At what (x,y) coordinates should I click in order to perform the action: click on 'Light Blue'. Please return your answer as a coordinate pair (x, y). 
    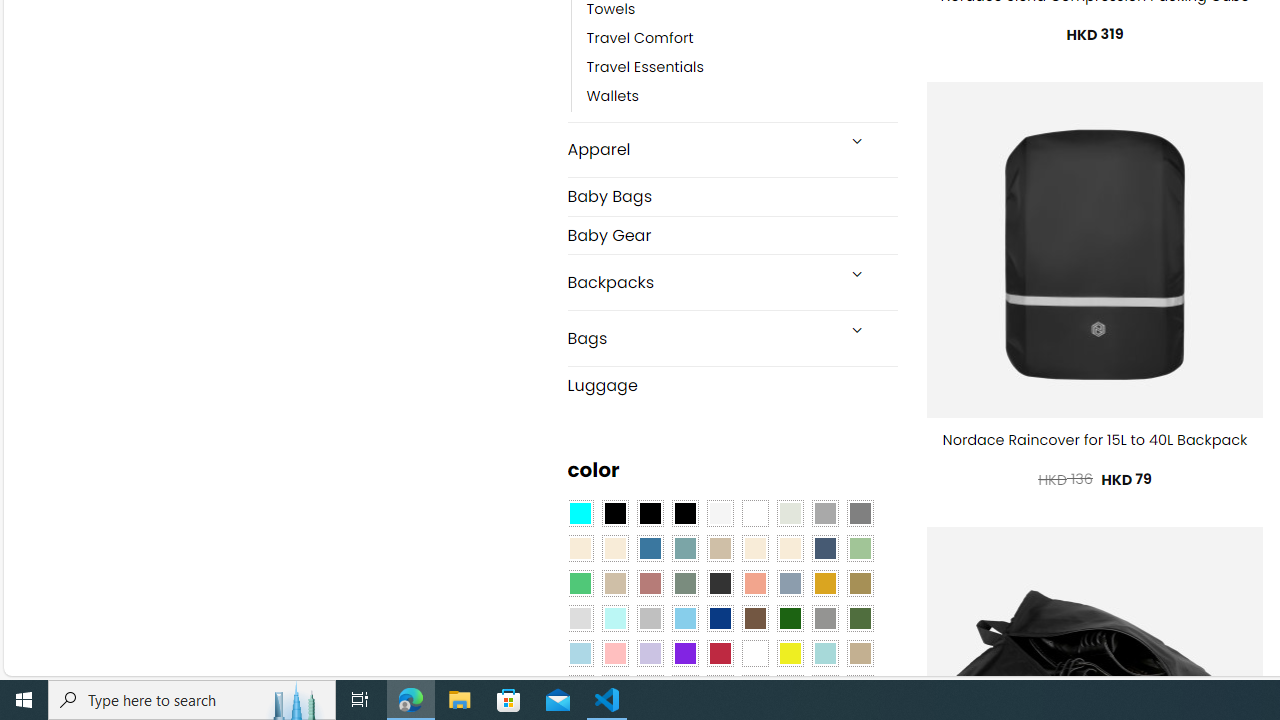
    Looking at the image, I should click on (578, 653).